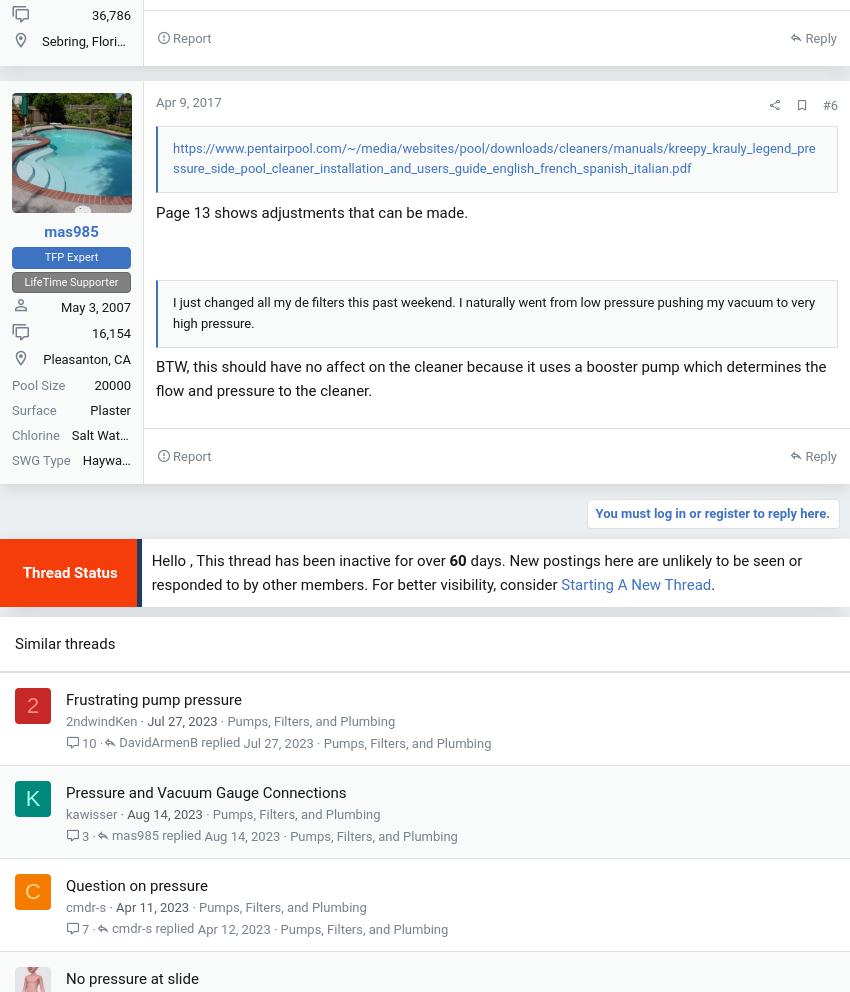 The width and height of the screenshot is (850, 992). What do you see at coordinates (152, 907) in the screenshot?
I see `'Apr 11, 2023'` at bounding box center [152, 907].